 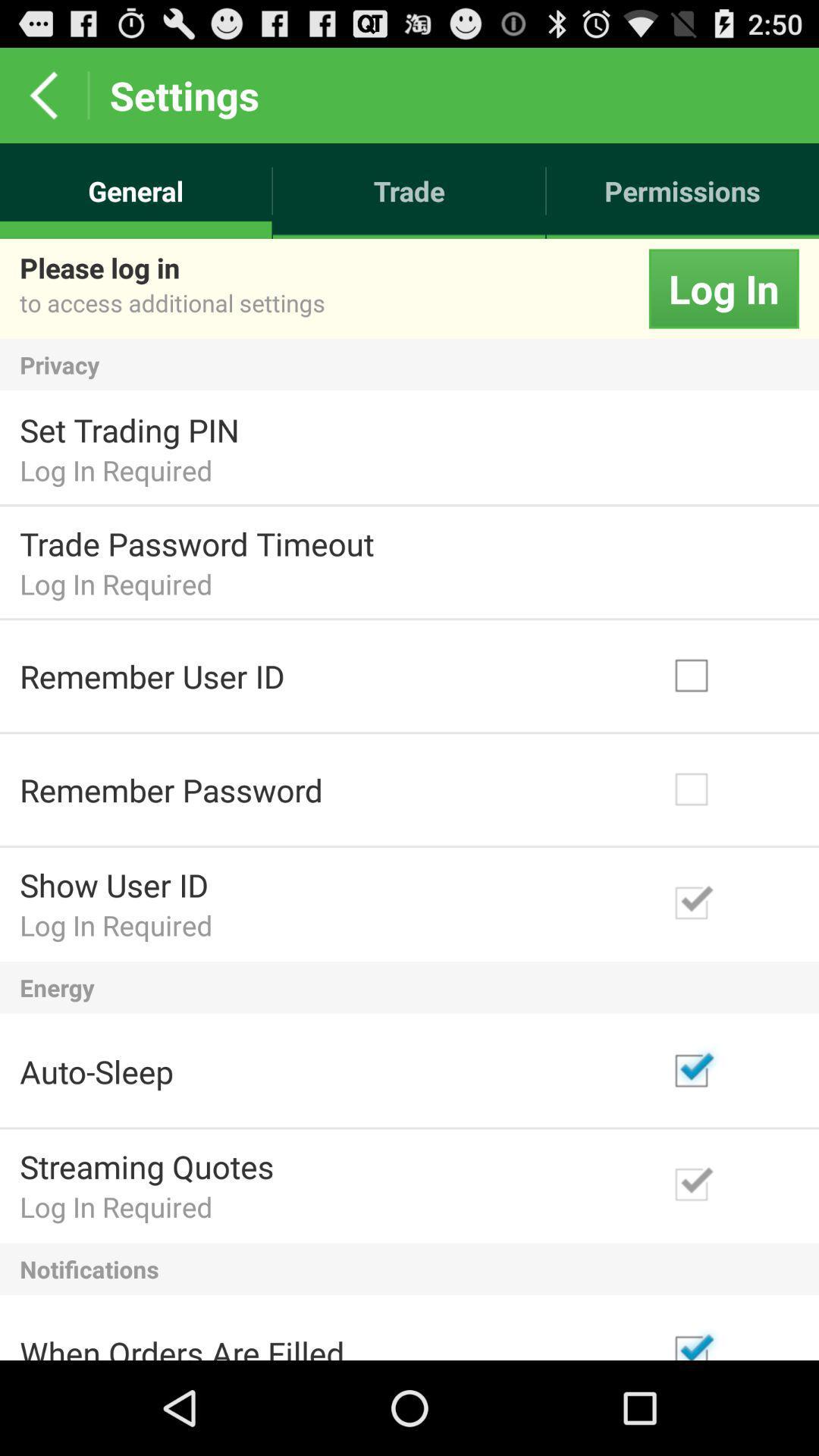 What do you see at coordinates (409, 987) in the screenshot?
I see `the energy icon` at bounding box center [409, 987].